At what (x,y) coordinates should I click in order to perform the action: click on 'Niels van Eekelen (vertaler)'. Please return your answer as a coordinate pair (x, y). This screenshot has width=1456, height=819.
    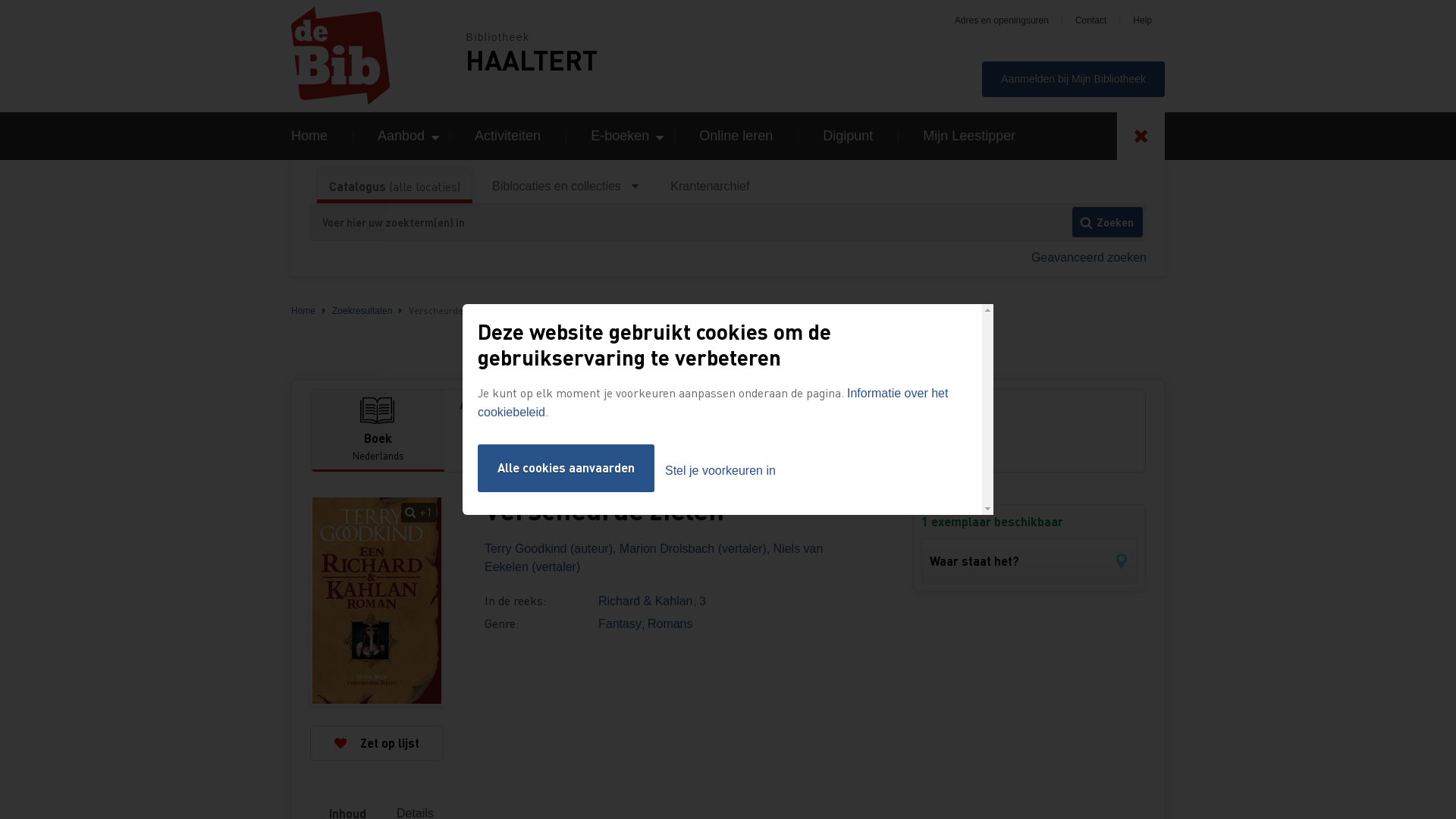
    Looking at the image, I should click on (654, 557).